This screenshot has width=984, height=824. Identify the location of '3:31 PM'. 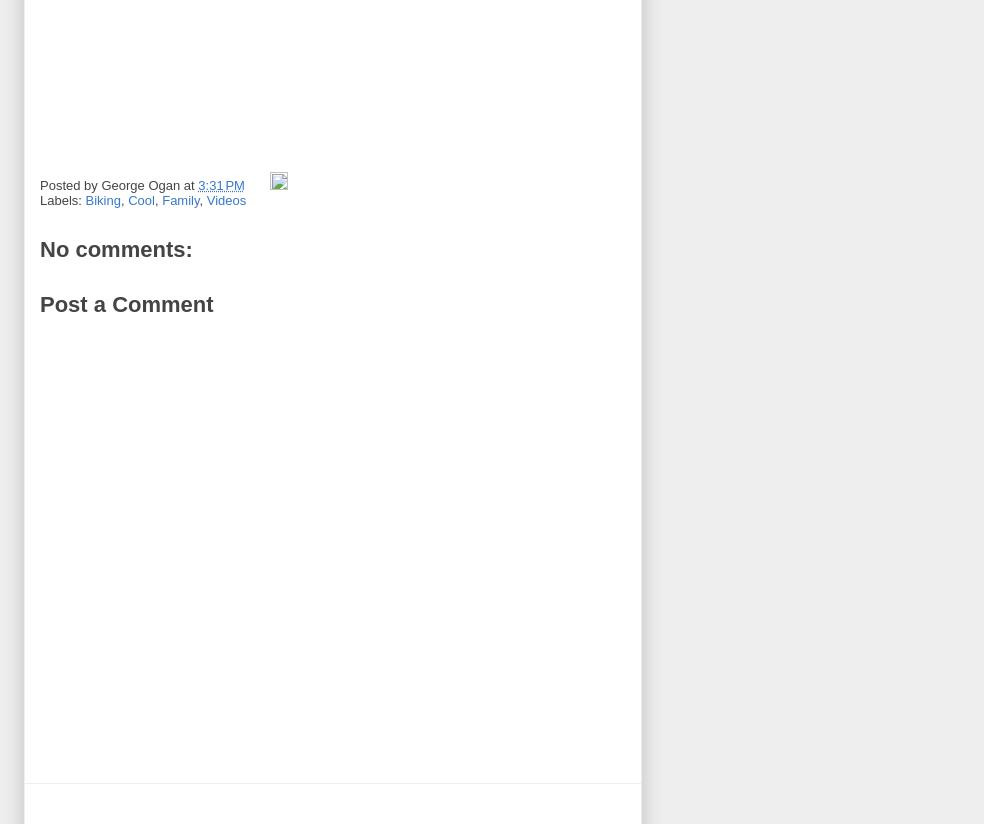
(221, 184).